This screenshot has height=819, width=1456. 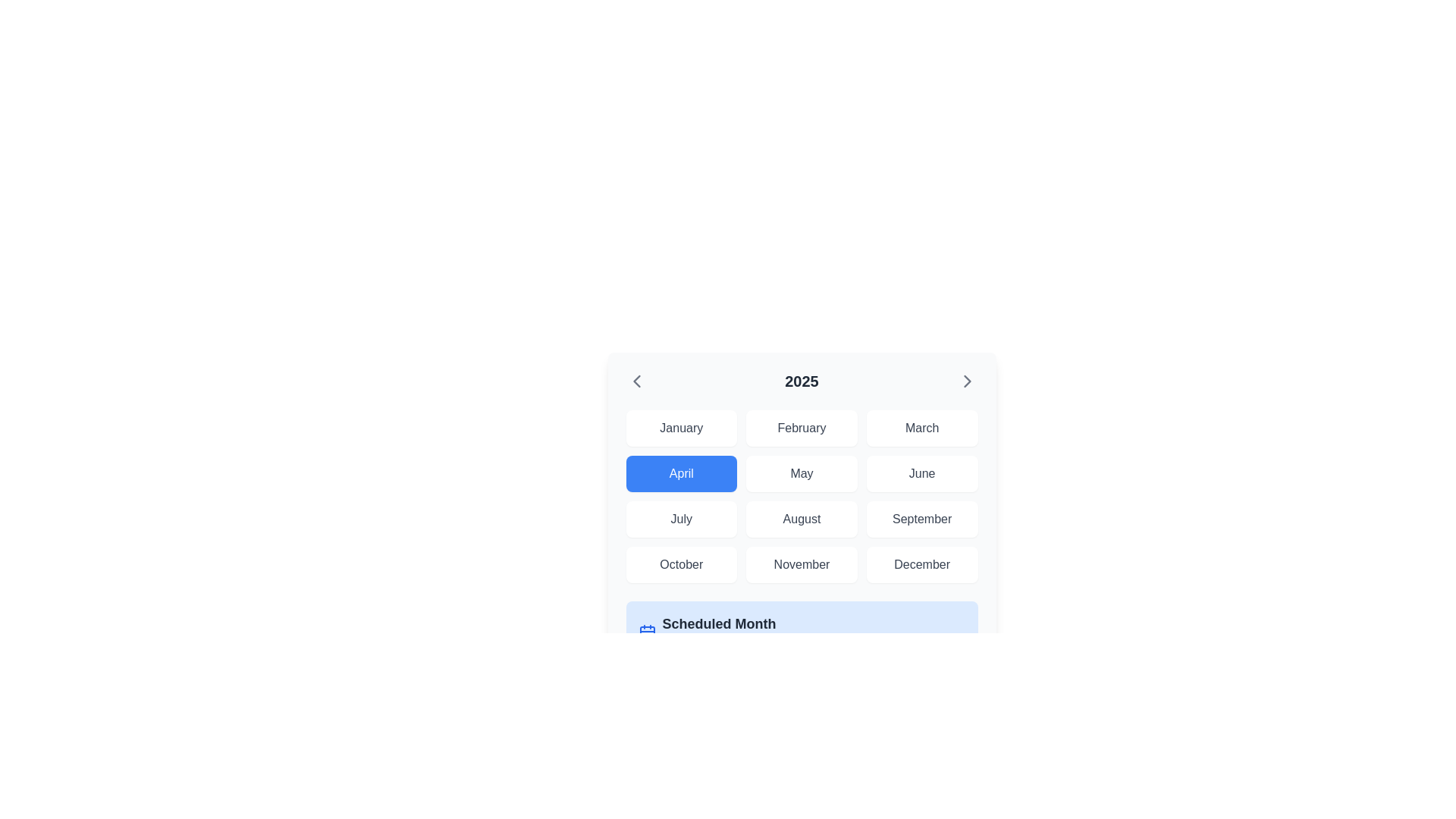 I want to click on the rectangular button labeled 'May', so click(x=801, y=472).